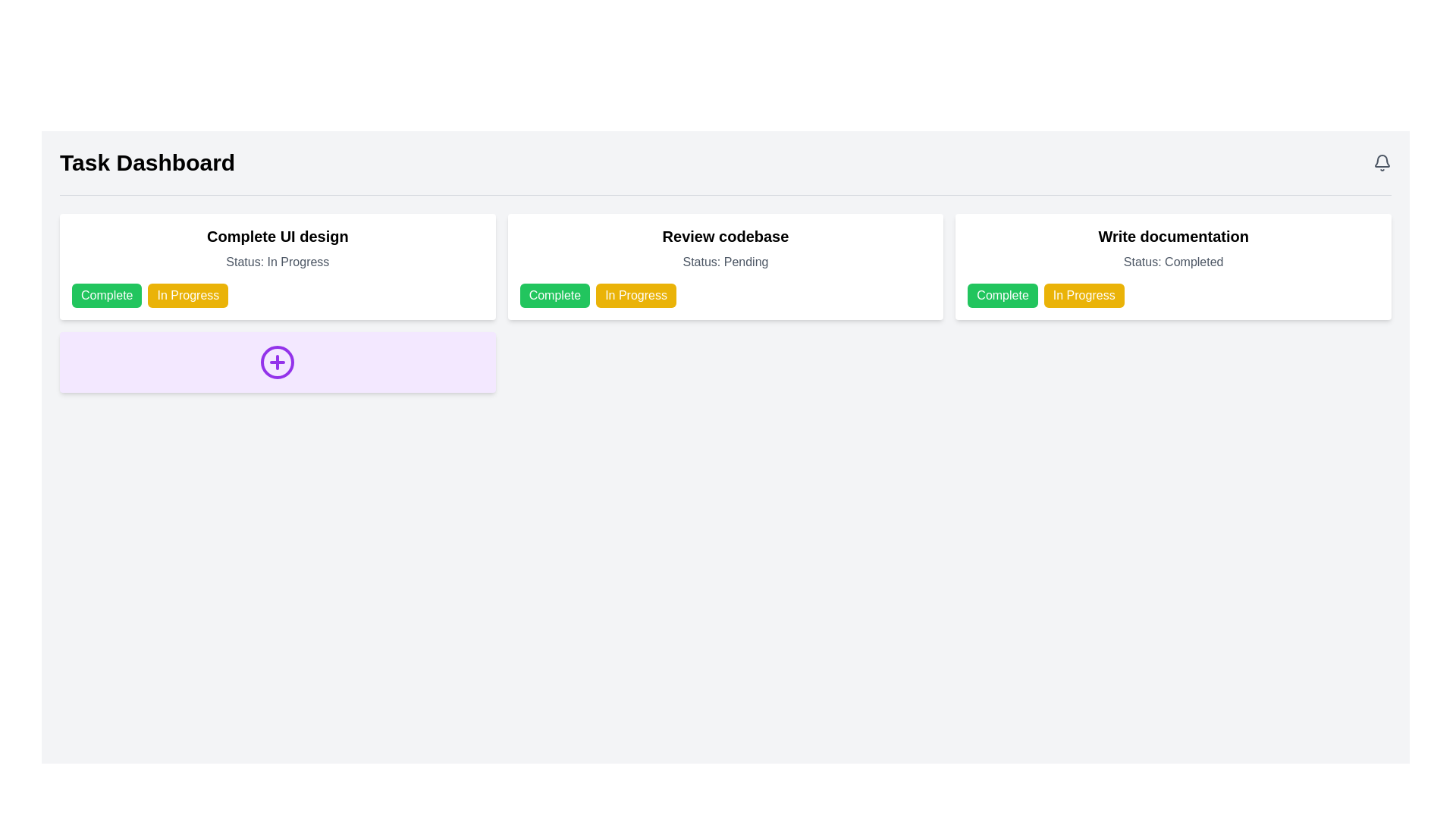 Image resolution: width=1456 pixels, height=819 pixels. Describe the element at coordinates (724, 262) in the screenshot. I see `the text label displaying 'Status: Pending' which is centrally aligned within a white rectangular card, positioned below the heading 'Review codebase'` at that location.